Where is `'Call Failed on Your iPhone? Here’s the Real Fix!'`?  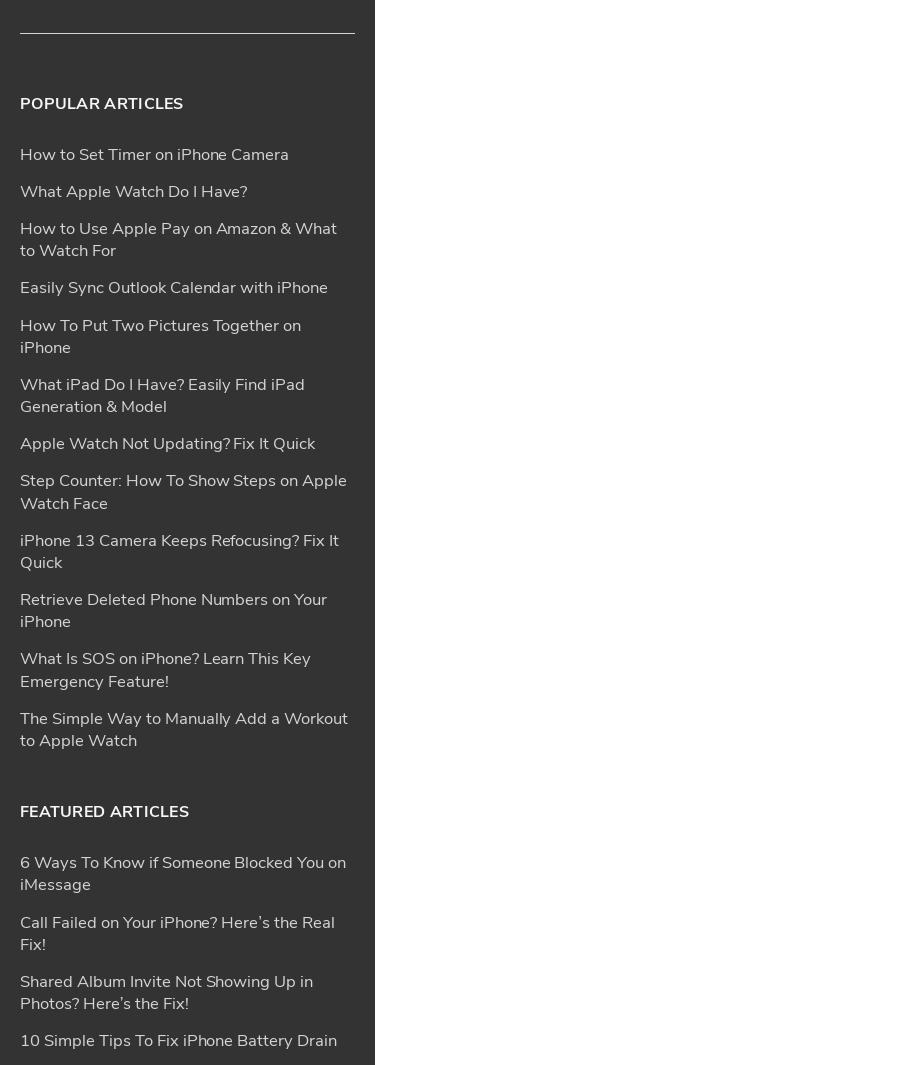 'Call Failed on Your iPhone? Here’s the Real Fix!' is located at coordinates (177, 344).